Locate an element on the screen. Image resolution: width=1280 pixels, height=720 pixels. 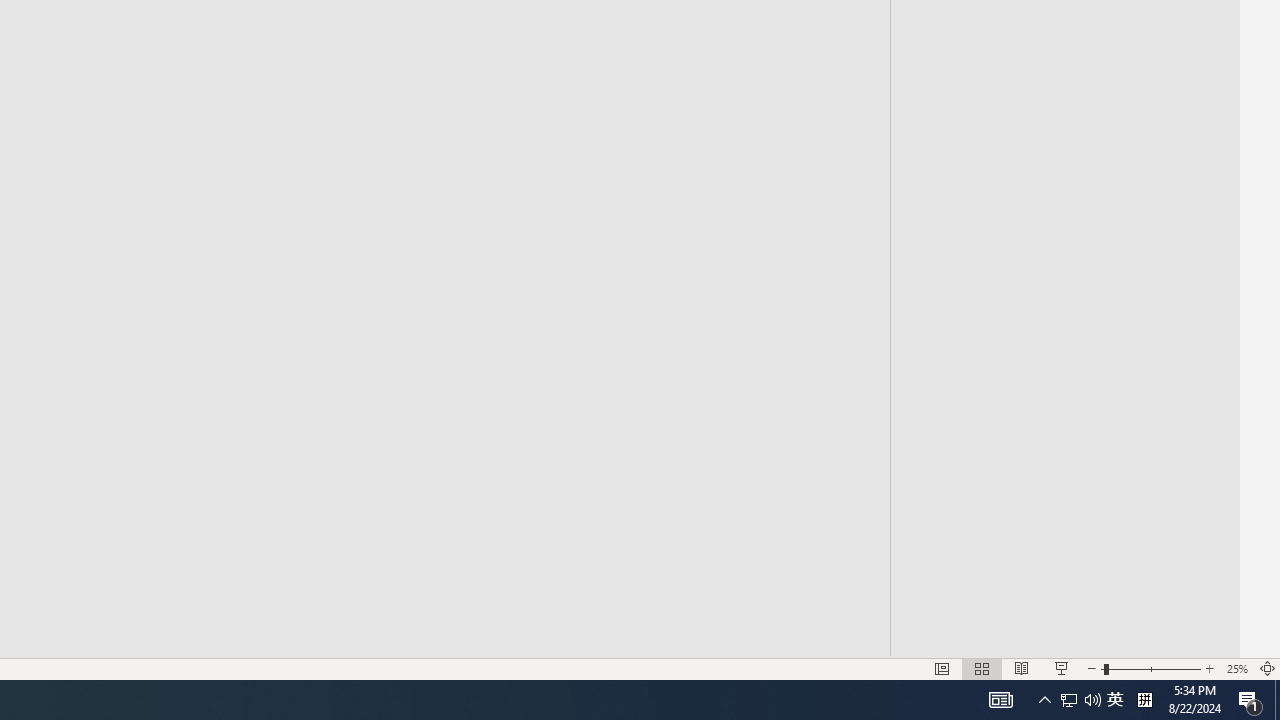
'Action Center, 1 new notification' is located at coordinates (1250, 698).